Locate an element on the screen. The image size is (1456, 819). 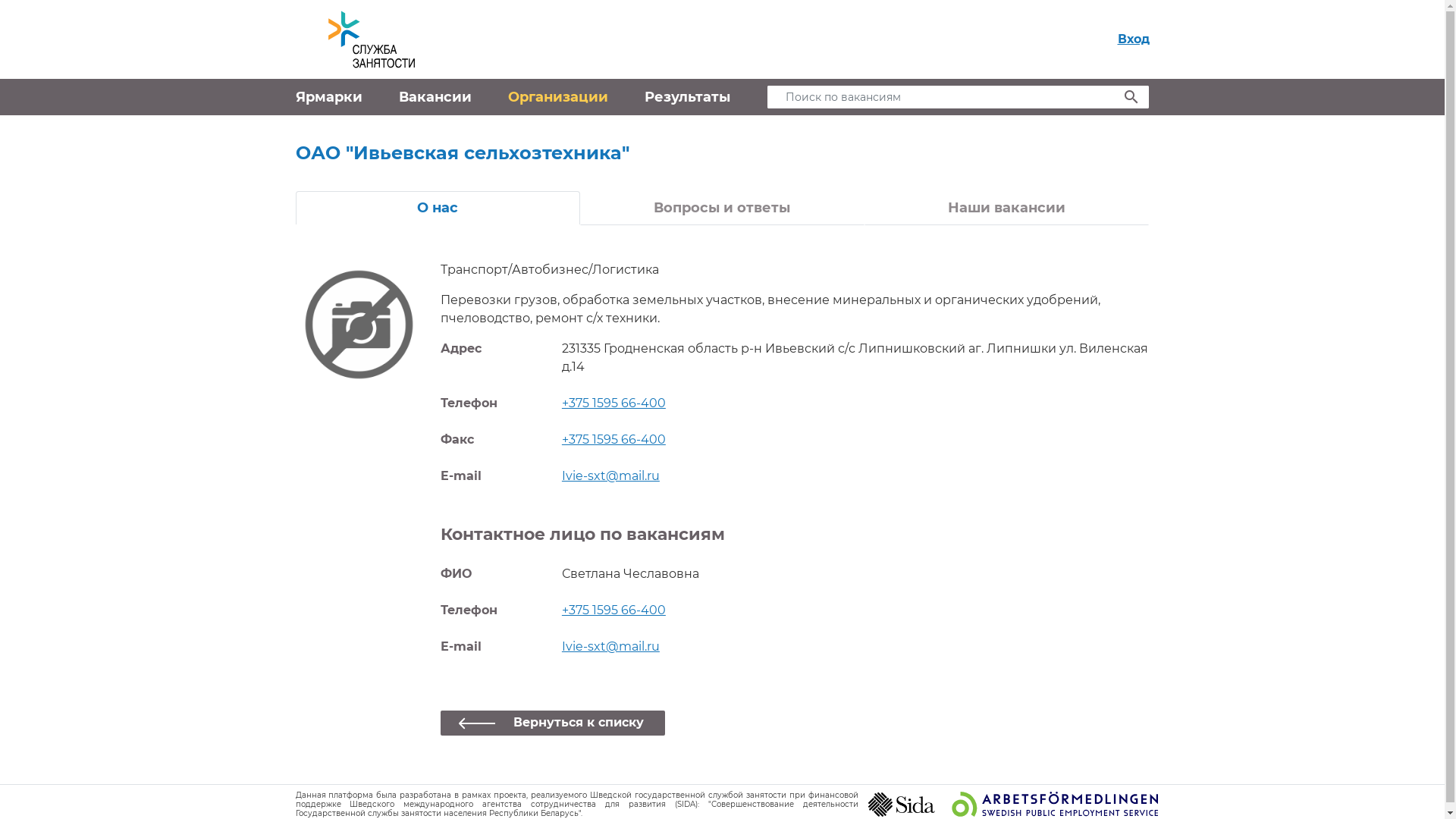
'Ivie-sxt@mail.ru' is located at coordinates (610, 475).